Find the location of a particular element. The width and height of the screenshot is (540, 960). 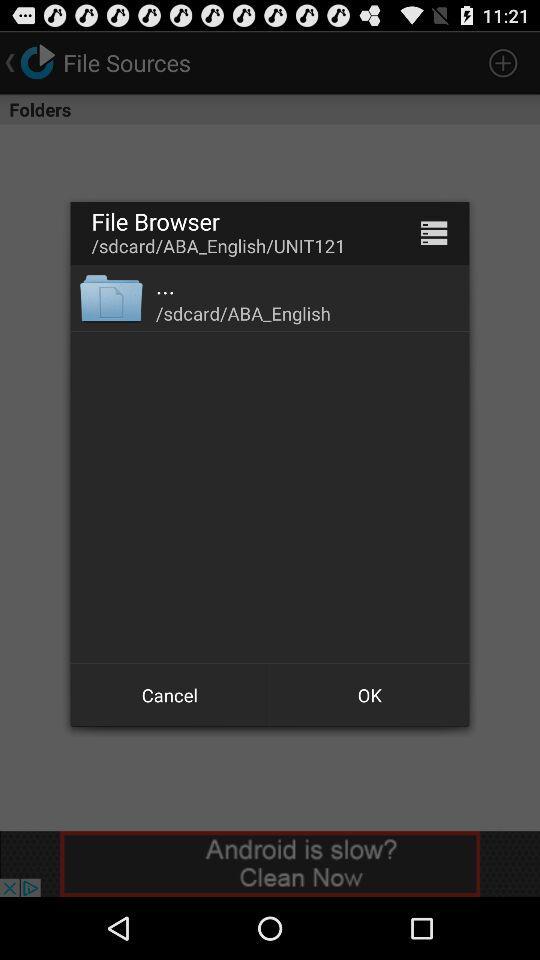

more options is located at coordinates (433, 233).